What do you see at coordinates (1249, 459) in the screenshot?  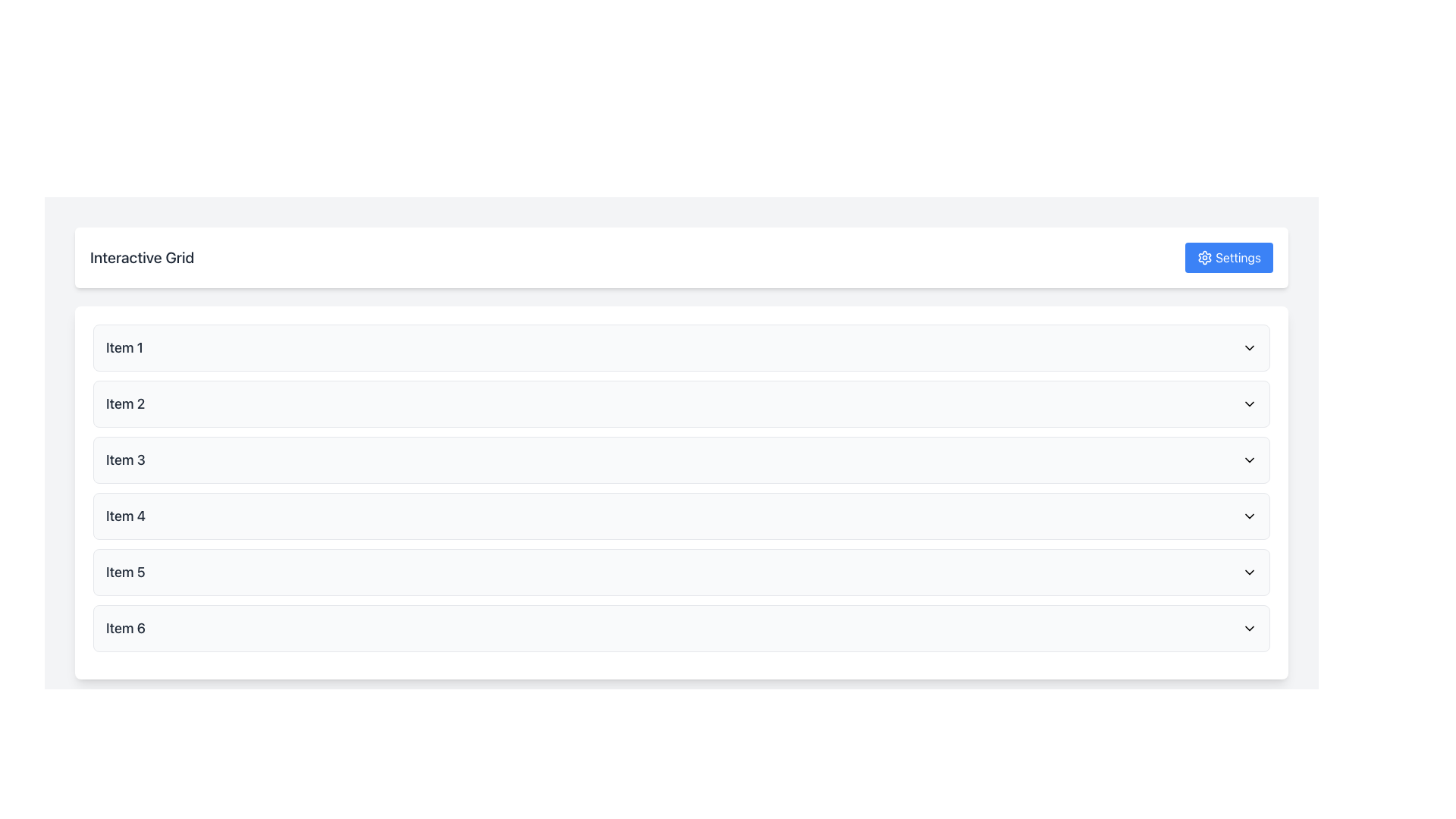 I see `the downward-pointing chevron icon located at the extreme right end of the 'Item 3' row` at bounding box center [1249, 459].